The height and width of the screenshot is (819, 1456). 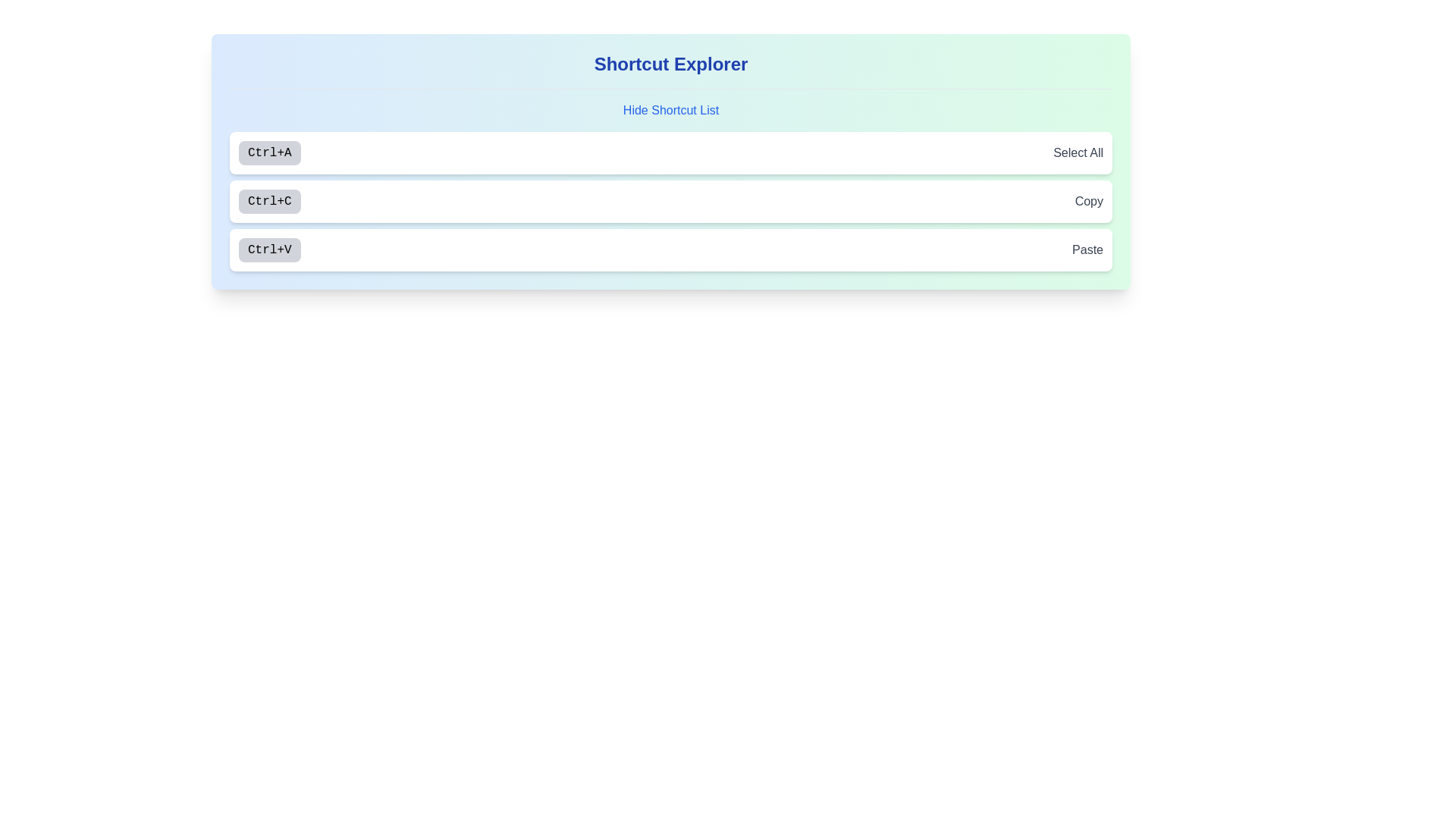 What do you see at coordinates (269, 249) in the screenshot?
I see `the static label with the text 'Ctrl+V', which is a rectangular button-like element with a light gray background and rounded corners, positioned to the left of the 'Paste' label` at bounding box center [269, 249].